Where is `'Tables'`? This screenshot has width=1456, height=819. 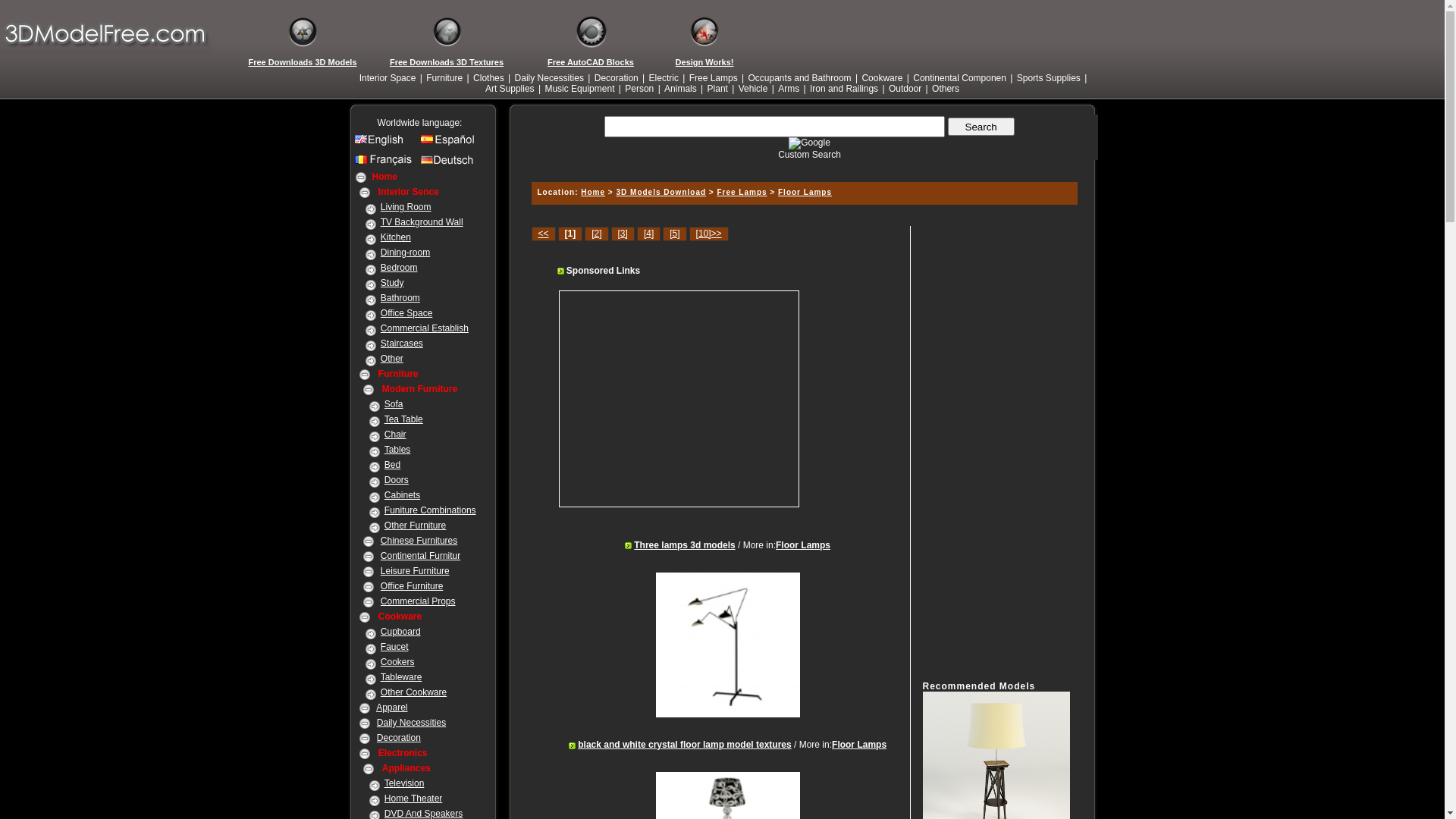 'Tables' is located at coordinates (397, 449).